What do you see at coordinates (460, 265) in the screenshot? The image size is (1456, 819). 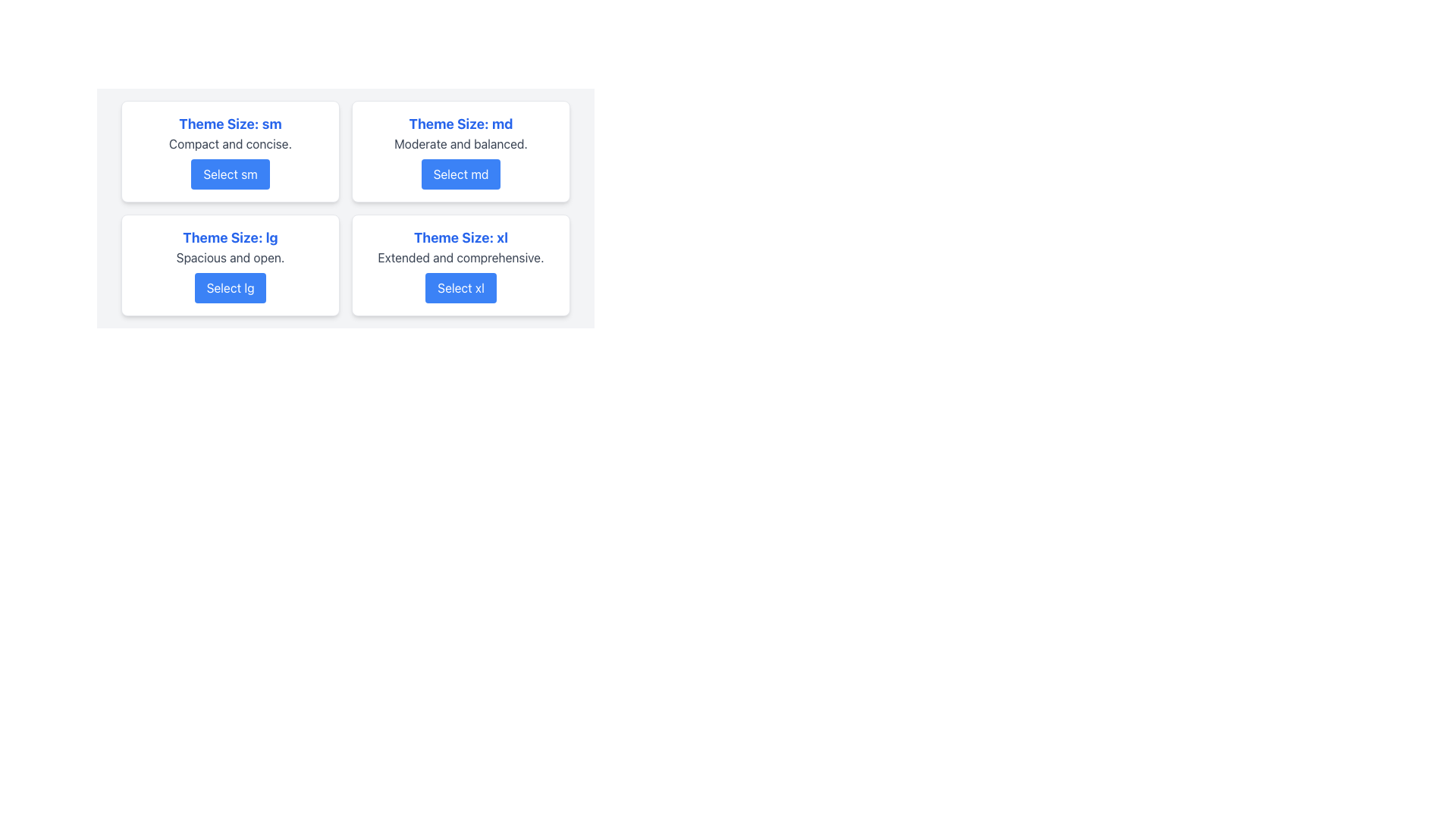 I see `the fourth card in the grid layout that provides information about the 'xl' theme size` at bounding box center [460, 265].